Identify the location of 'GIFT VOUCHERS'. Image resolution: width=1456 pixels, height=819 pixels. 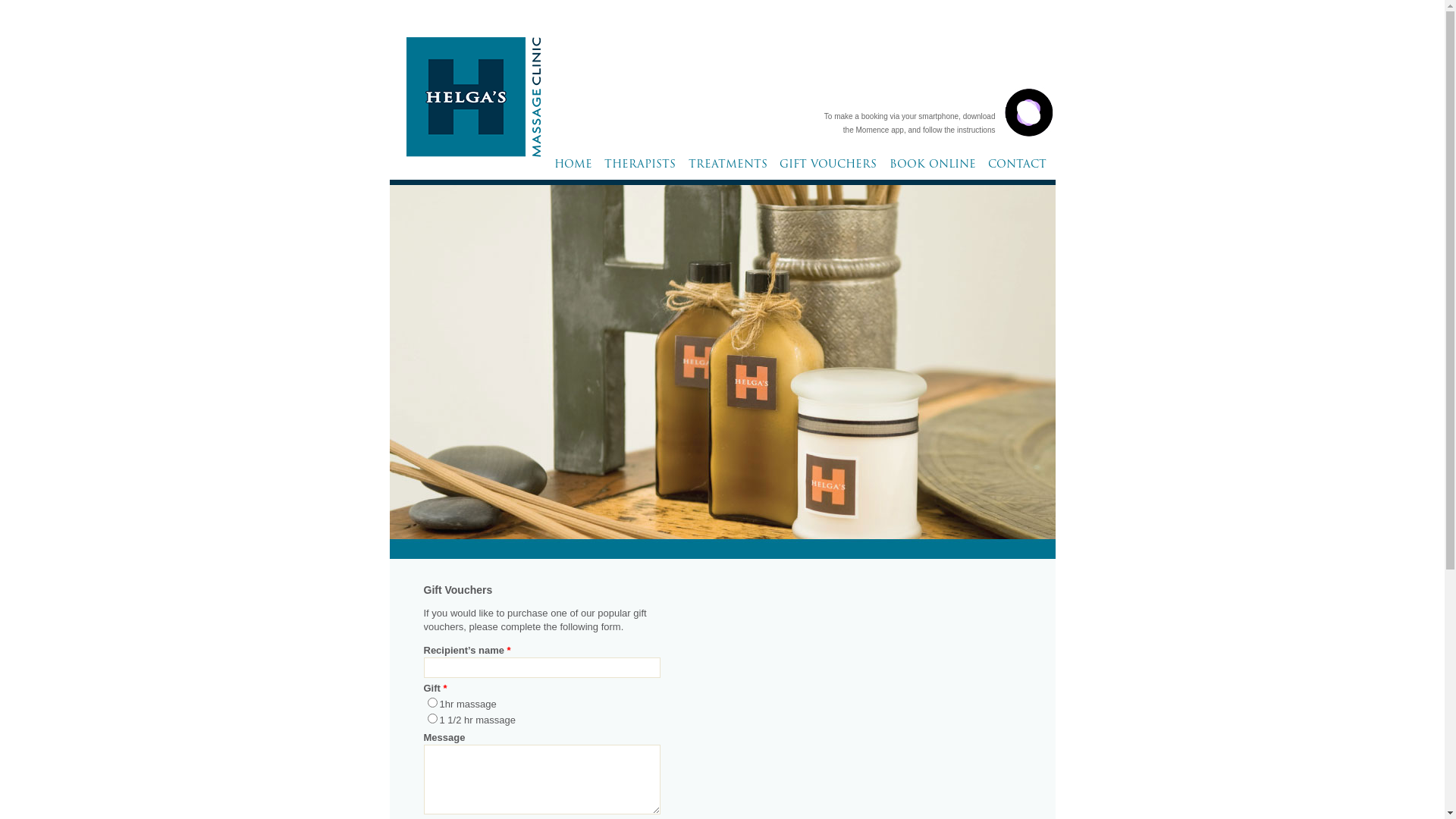
(775, 168).